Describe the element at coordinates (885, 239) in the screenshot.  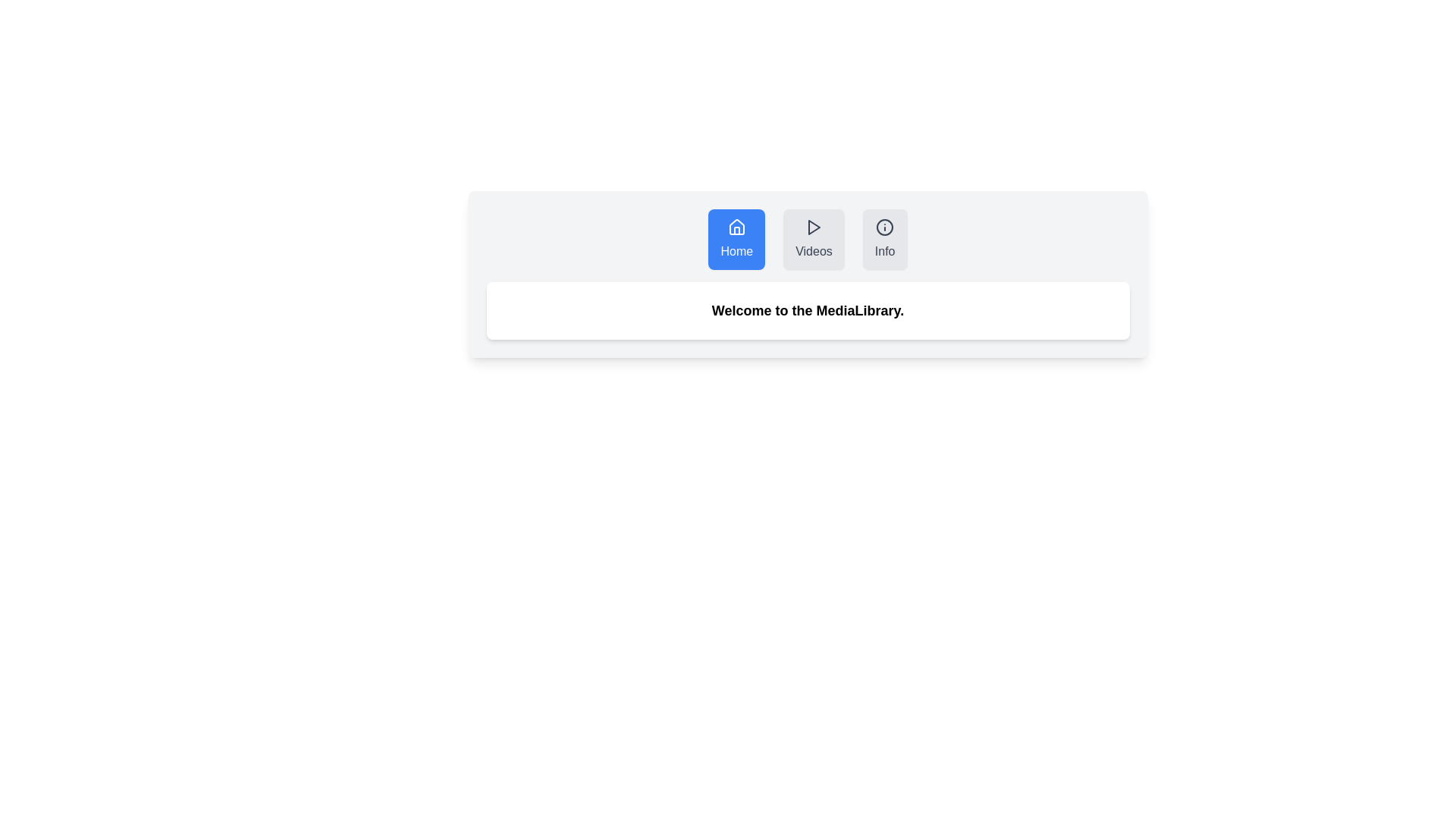
I see `the tab labeled Info to observe styling changes` at that location.